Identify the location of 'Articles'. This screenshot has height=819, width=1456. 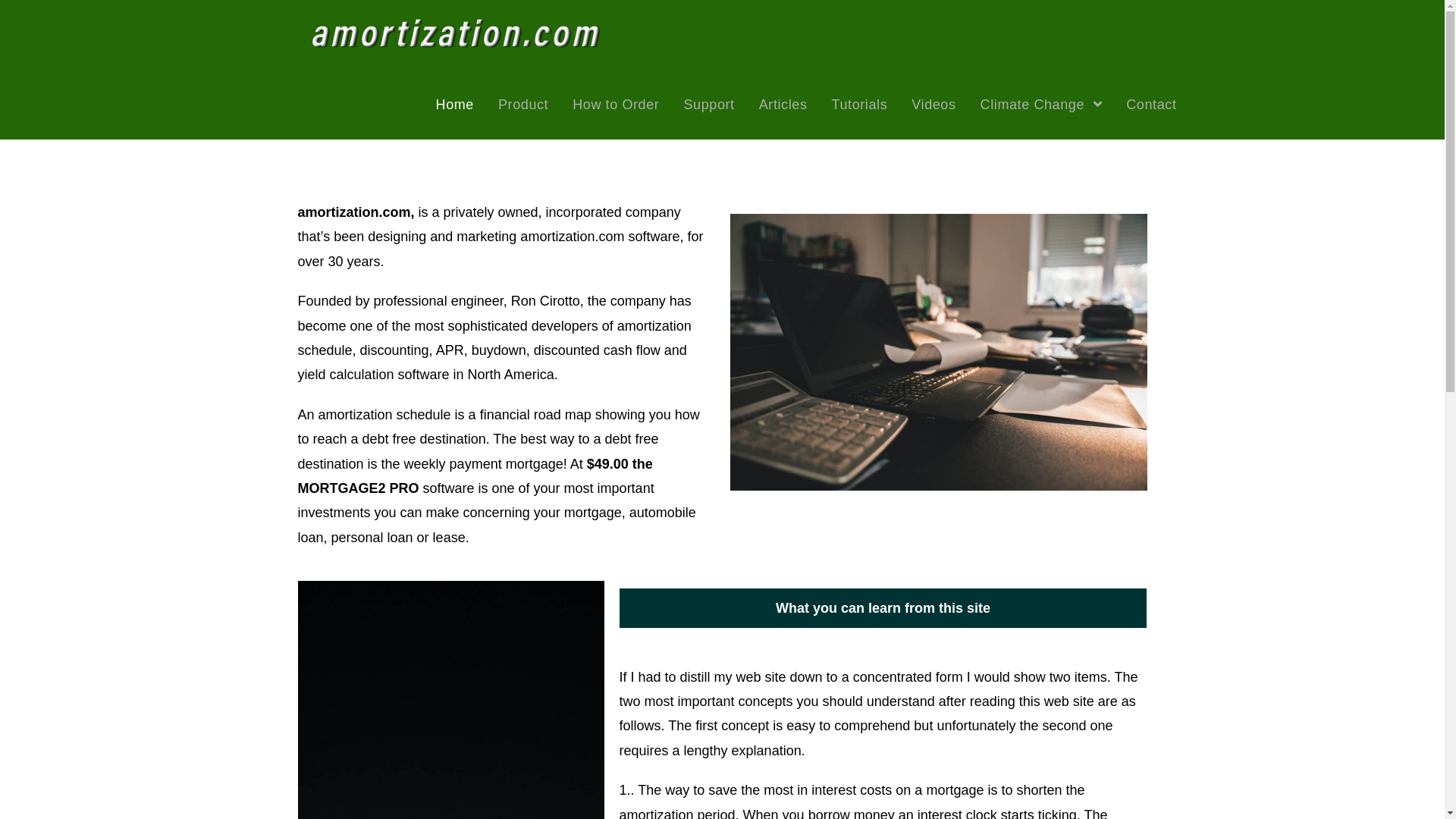
(783, 104).